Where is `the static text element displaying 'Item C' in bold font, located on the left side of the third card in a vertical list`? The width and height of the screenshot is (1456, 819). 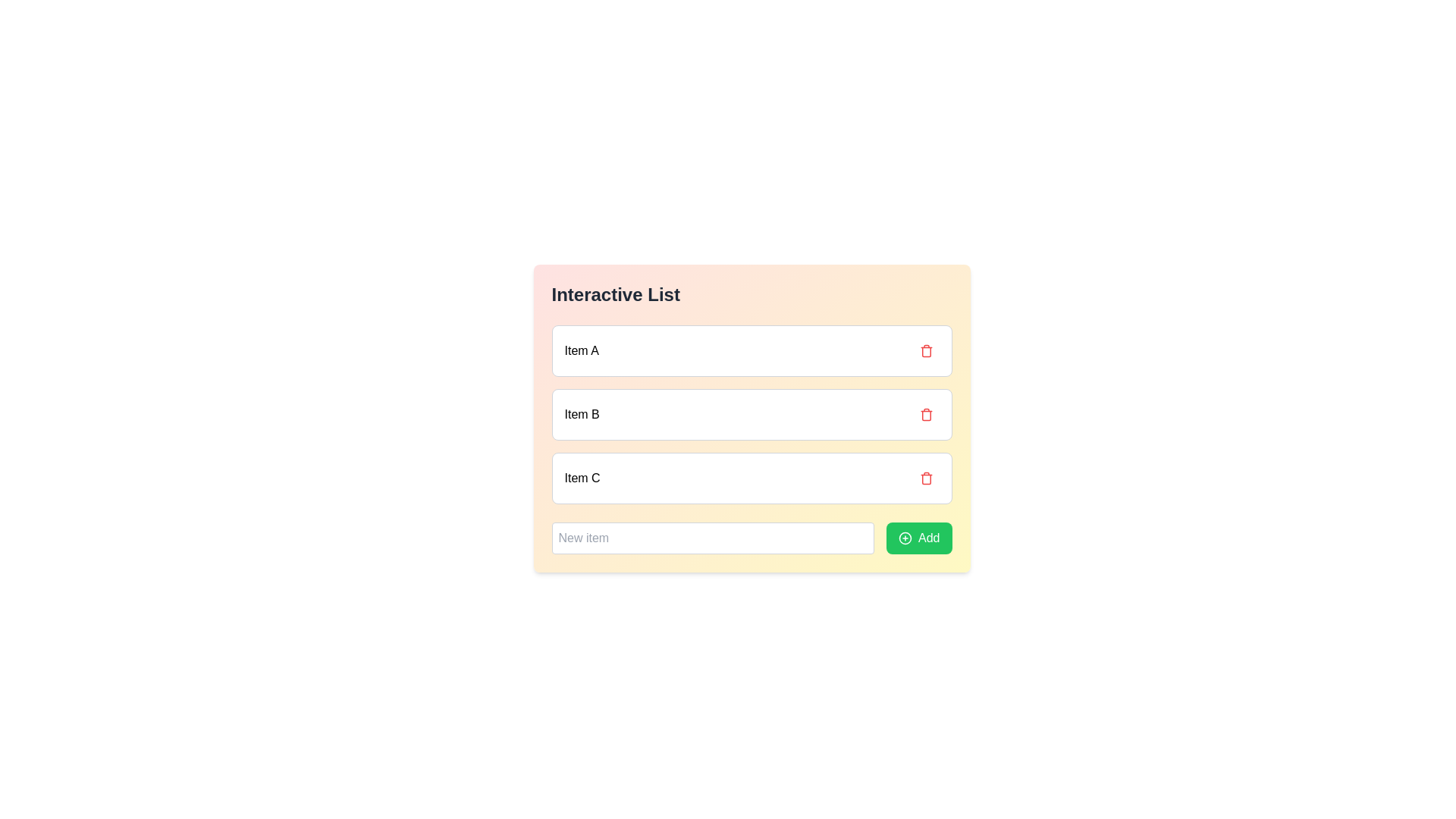
the static text element displaying 'Item C' in bold font, located on the left side of the third card in a vertical list is located at coordinates (582, 479).